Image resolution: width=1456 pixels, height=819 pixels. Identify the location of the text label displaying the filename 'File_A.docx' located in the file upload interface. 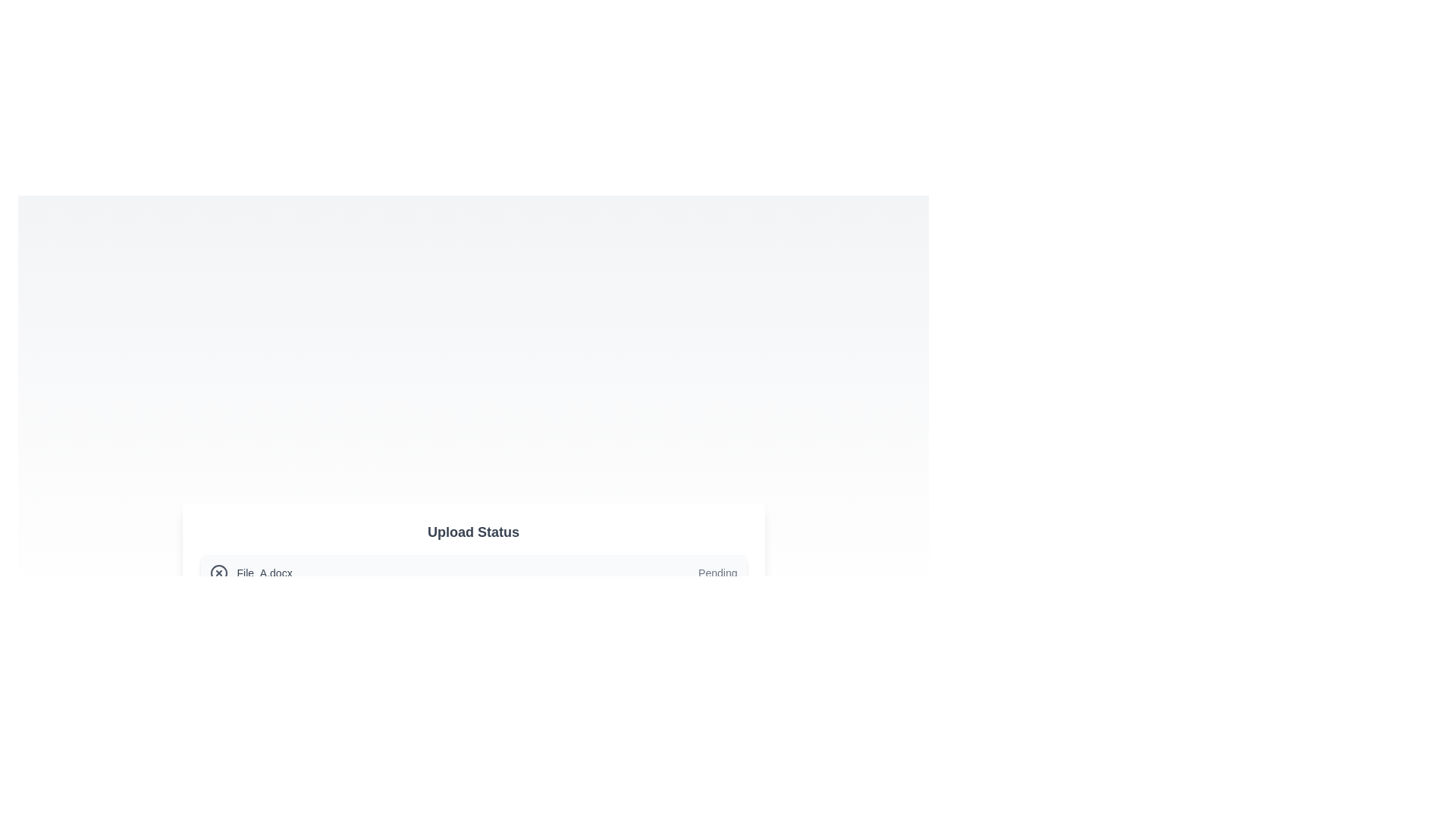
(265, 573).